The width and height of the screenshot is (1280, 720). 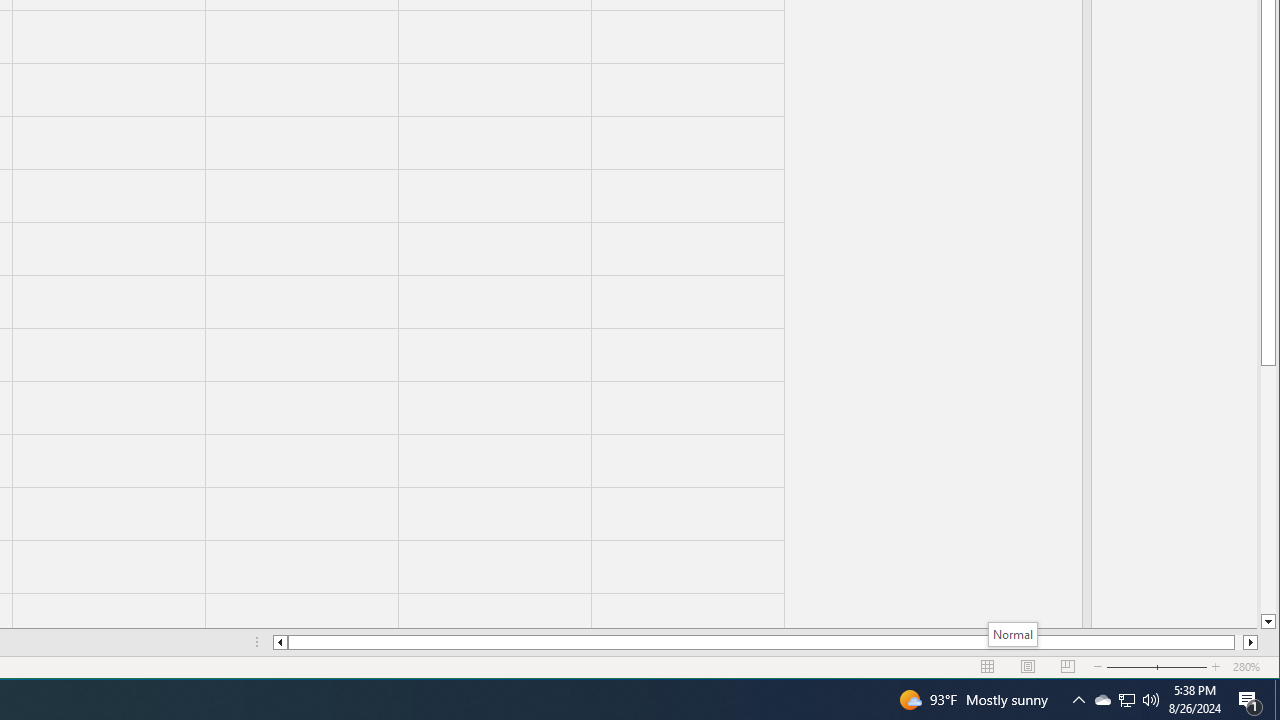 I want to click on 'Class: NetUIScrollBar', so click(x=764, y=642).